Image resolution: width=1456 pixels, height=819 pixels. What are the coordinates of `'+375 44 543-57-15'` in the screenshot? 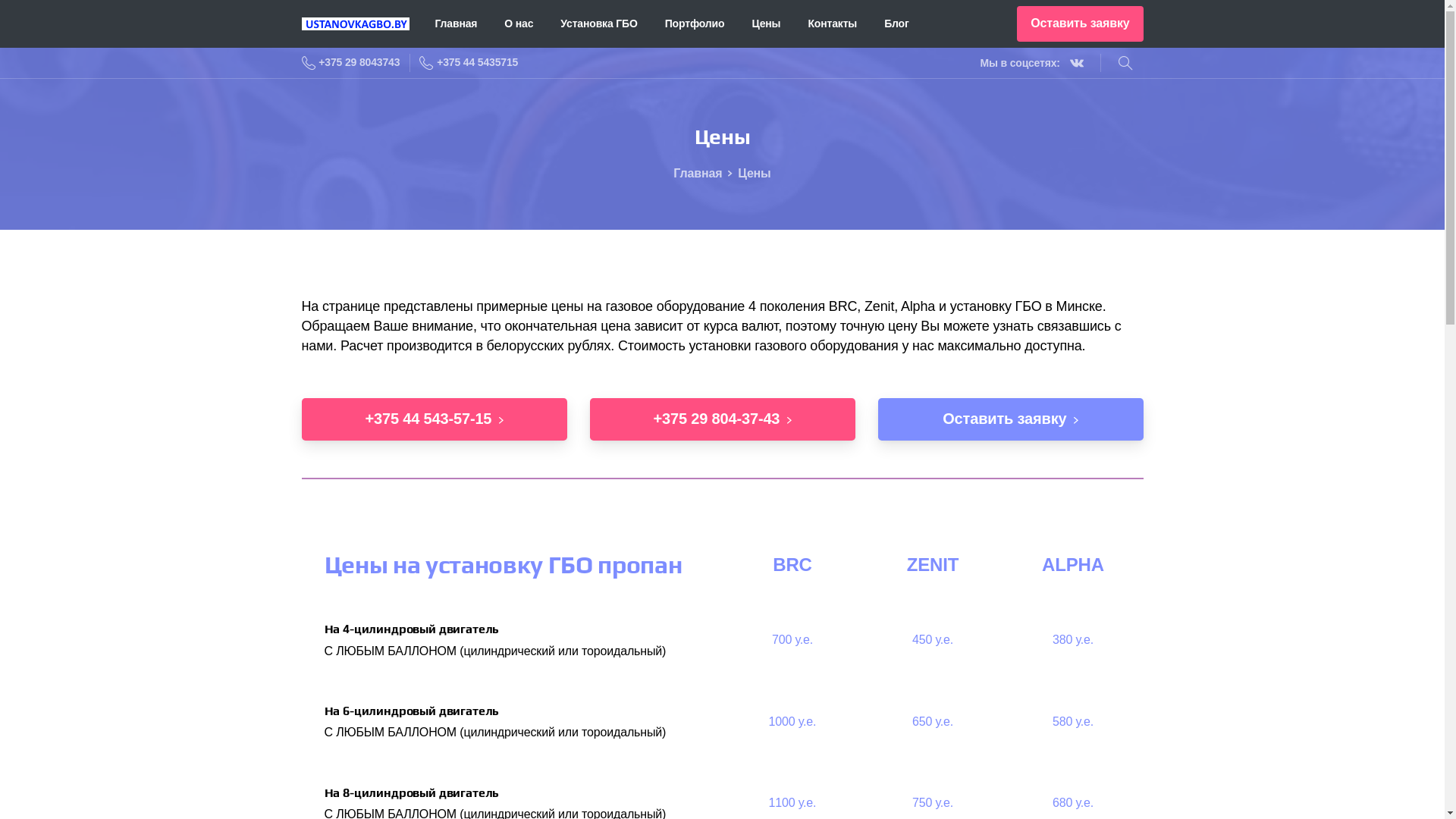 It's located at (433, 419).